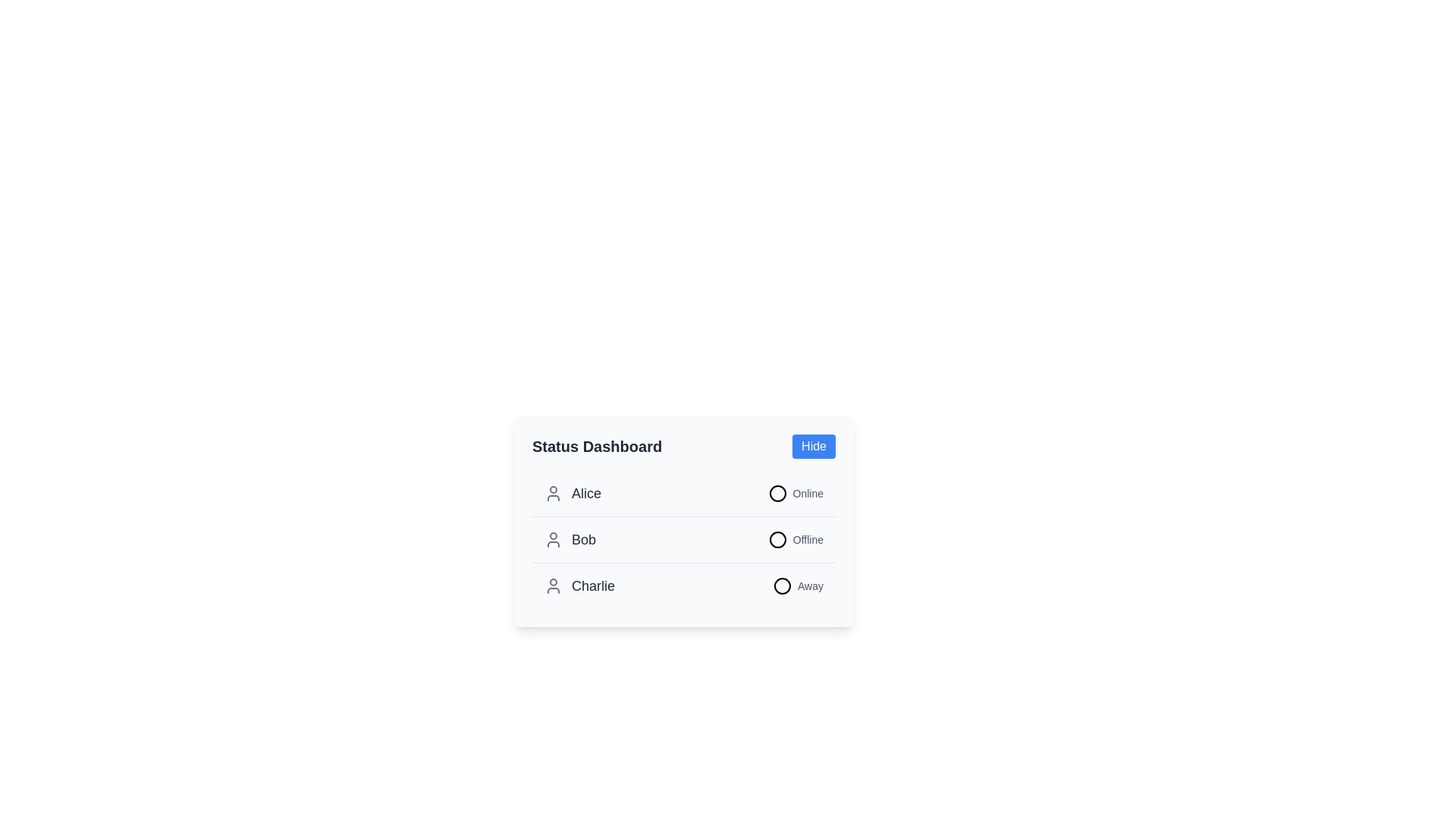 The height and width of the screenshot is (819, 1456). What do you see at coordinates (683, 585) in the screenshot?
I see `the third row in the user status list displaying 'Charlie'` at bounding box center [683, 585].